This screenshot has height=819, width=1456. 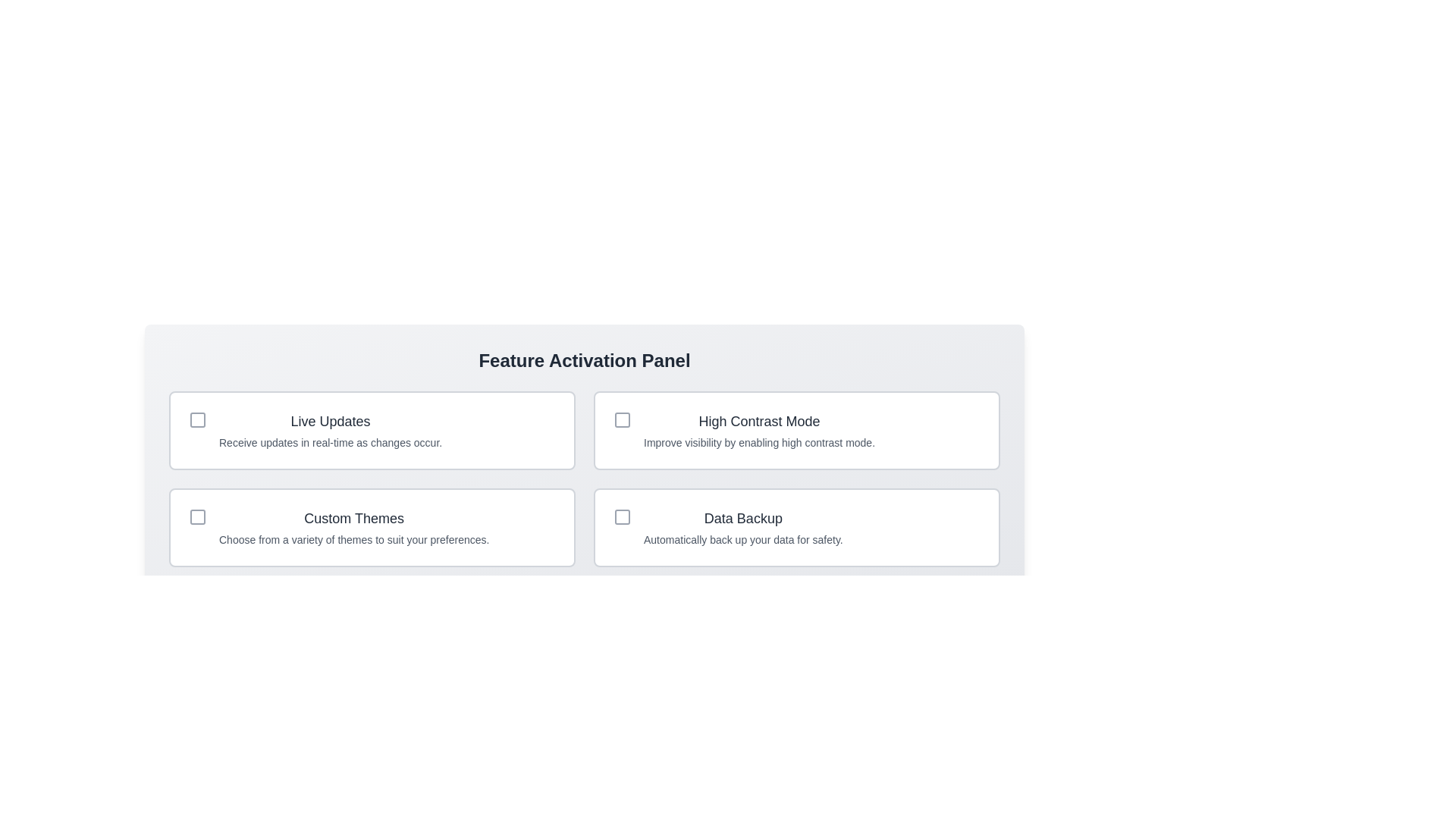 I want to click on the text label that reads 'Receive updates in real-time as changes occur.', which is styled in a small, gray font and located beneath the 'Live Updates' title, so click(x=330, y=442).